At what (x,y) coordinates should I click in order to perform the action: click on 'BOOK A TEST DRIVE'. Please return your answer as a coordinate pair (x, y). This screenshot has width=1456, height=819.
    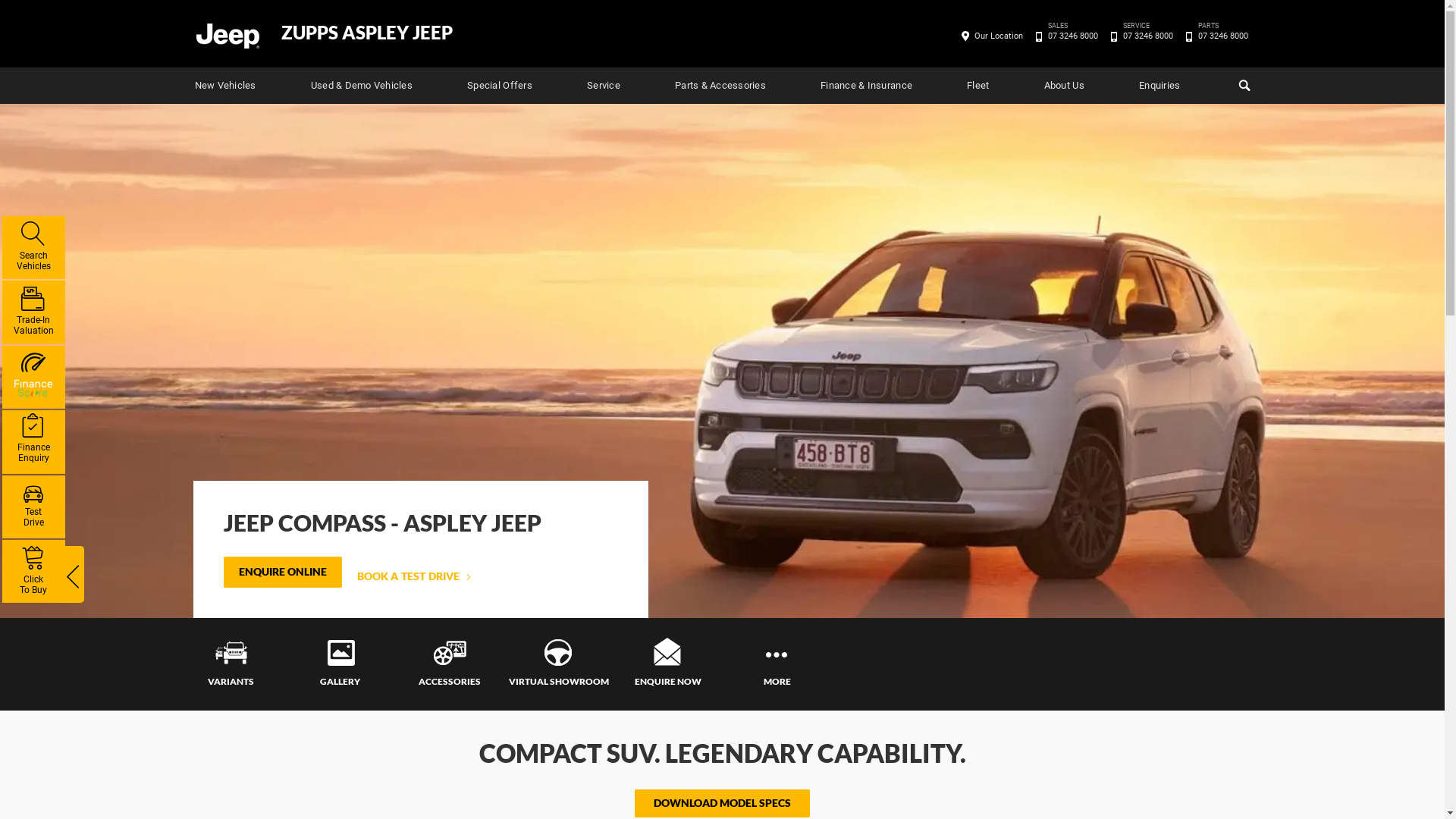
    Looking at the image, I should click on (413, 576).